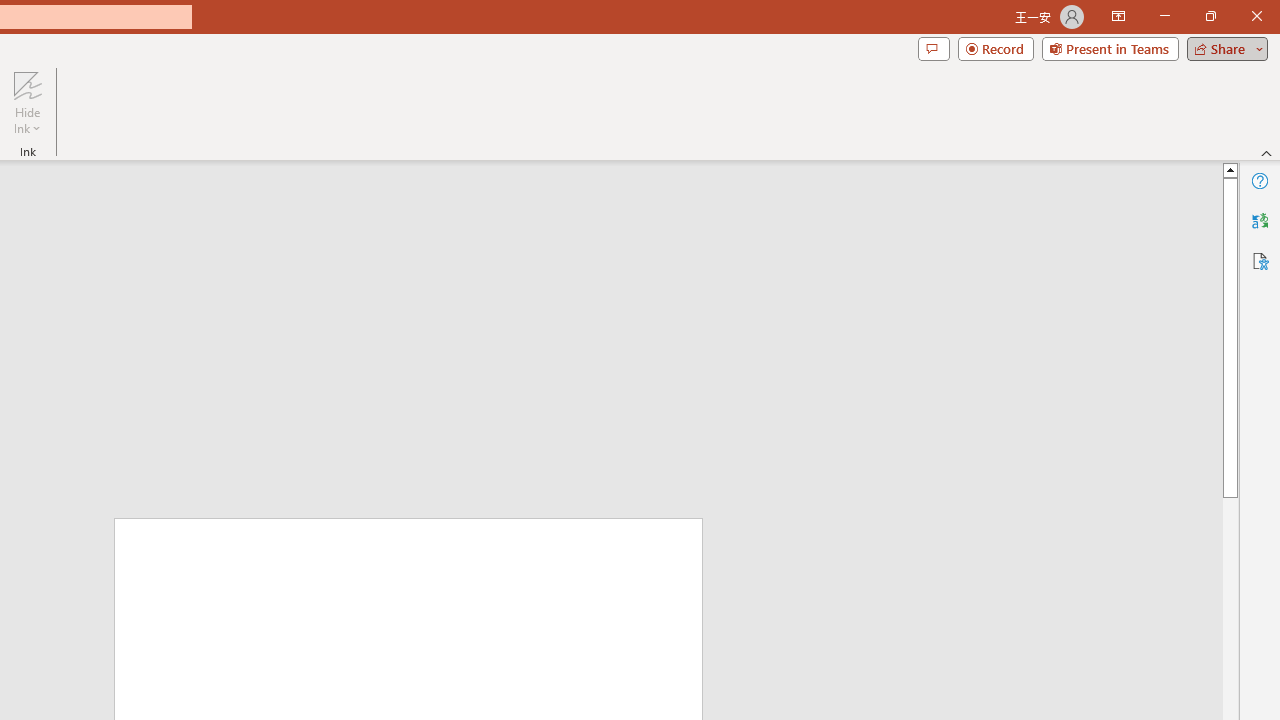 The height and width of the screenshot is (720, 1280). Describe the element at coordinates (1259, 221) in the screenshot. I see `'Translator'` at that location.